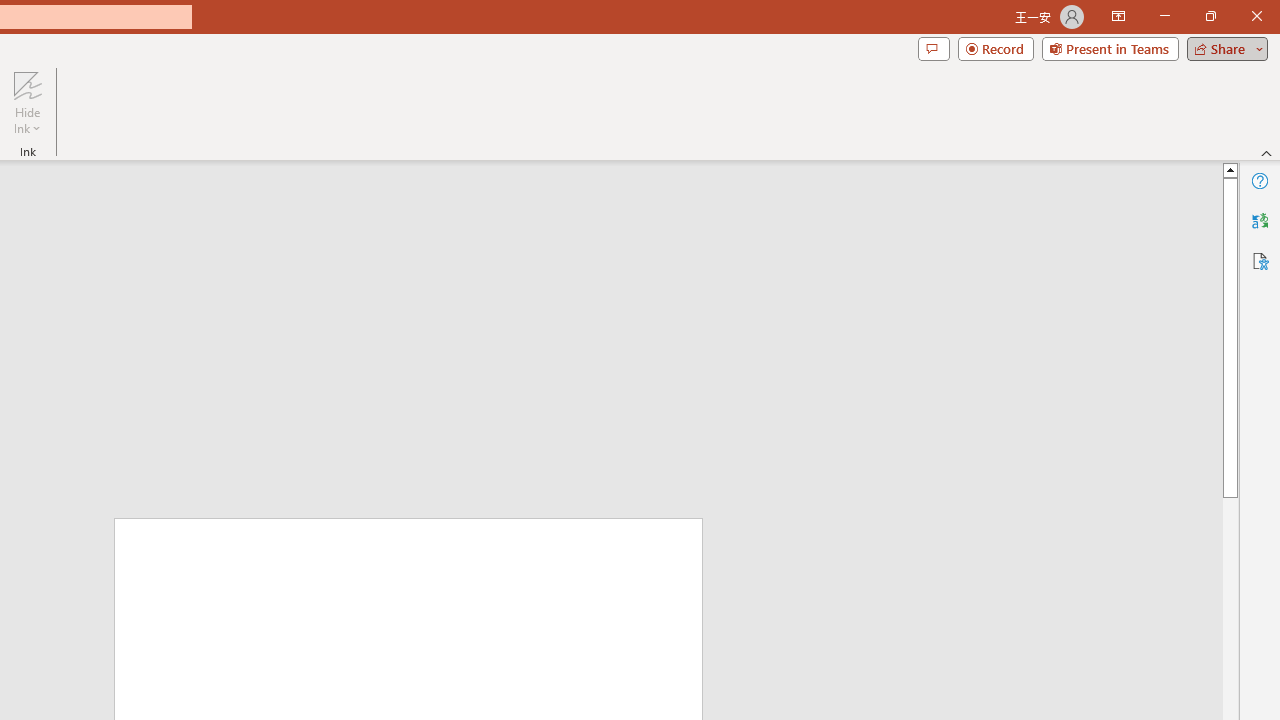 The height and width of the screenshot is (720, 1280). Describe the element at coordinates (1259, 221) in the screenshot. I see `'Translator'` at that location.